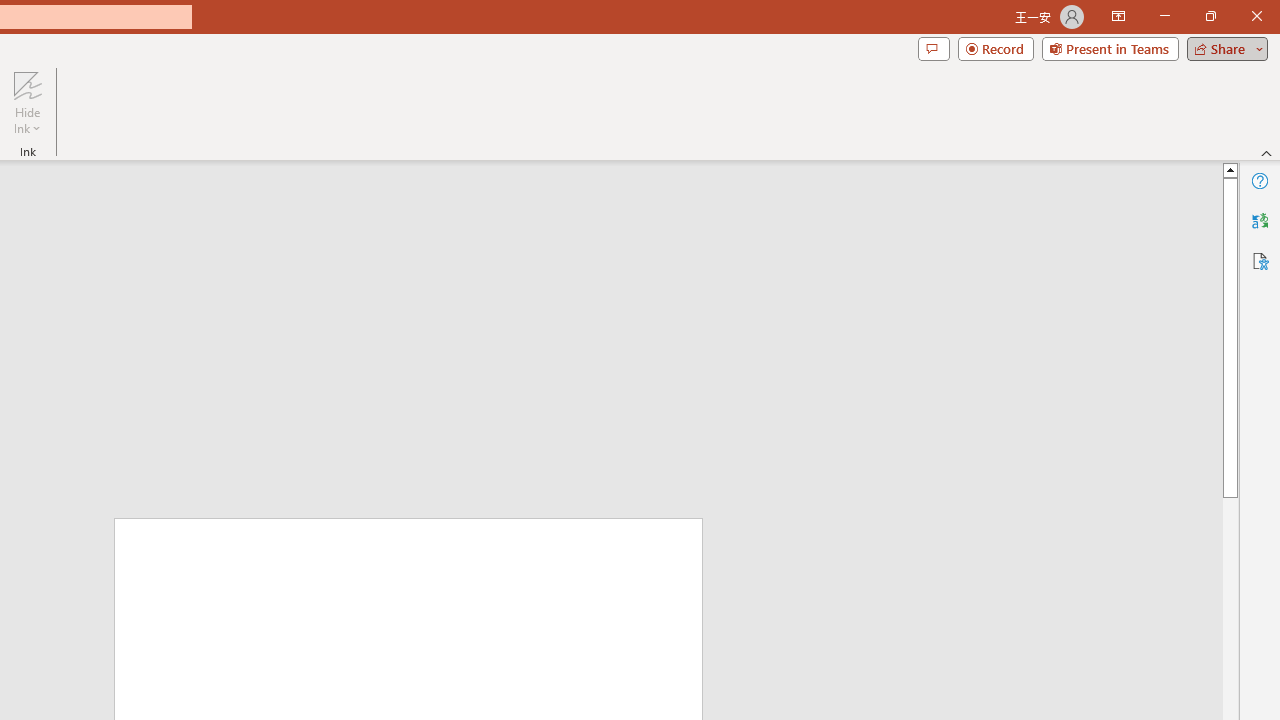 The height and width of the screenshot is (720, 1280). Describe the element at coordinates (1259, 221) in the screenshot. I see `'Translator'` at that location.